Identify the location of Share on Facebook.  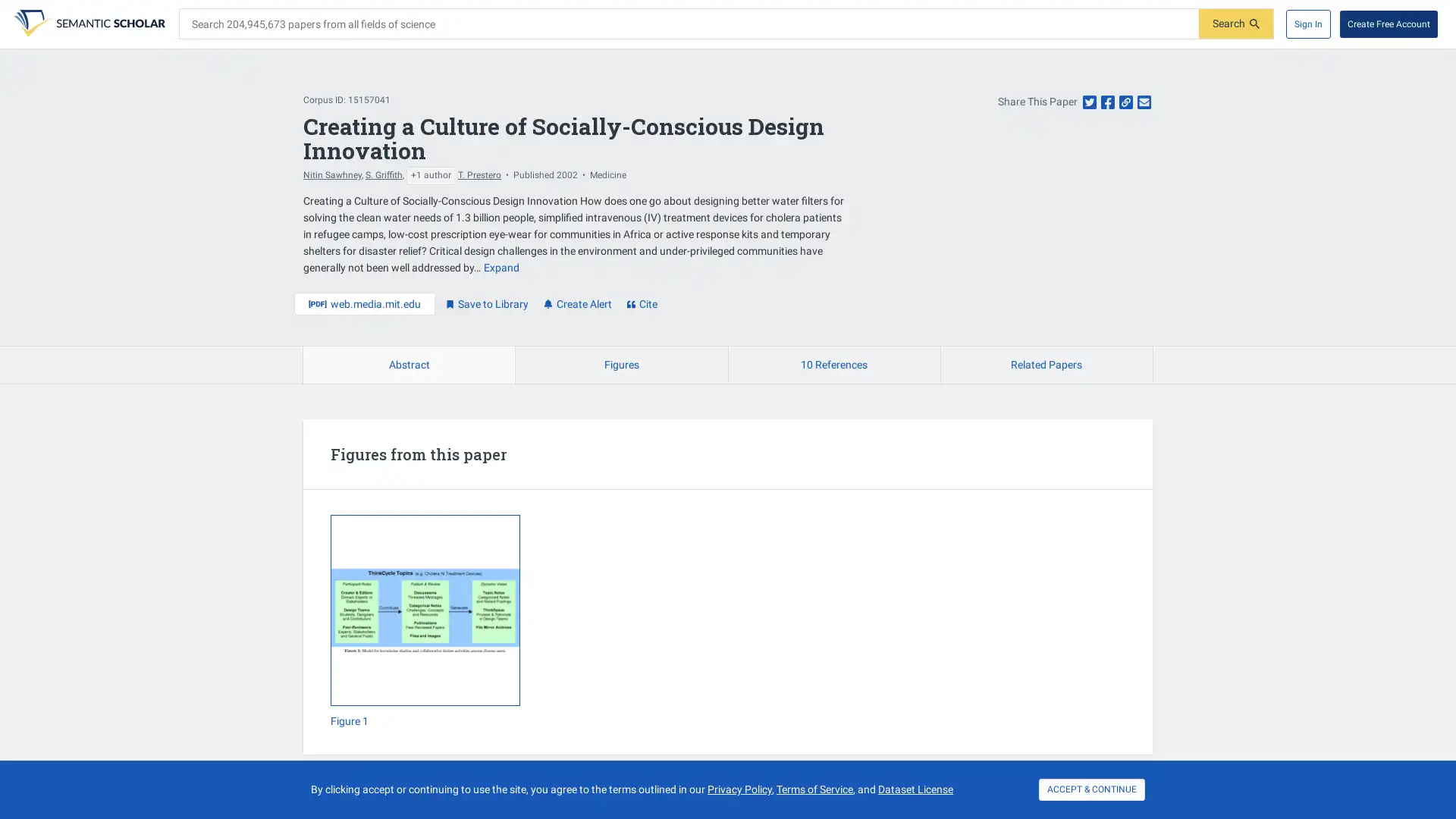
(1107, 102).